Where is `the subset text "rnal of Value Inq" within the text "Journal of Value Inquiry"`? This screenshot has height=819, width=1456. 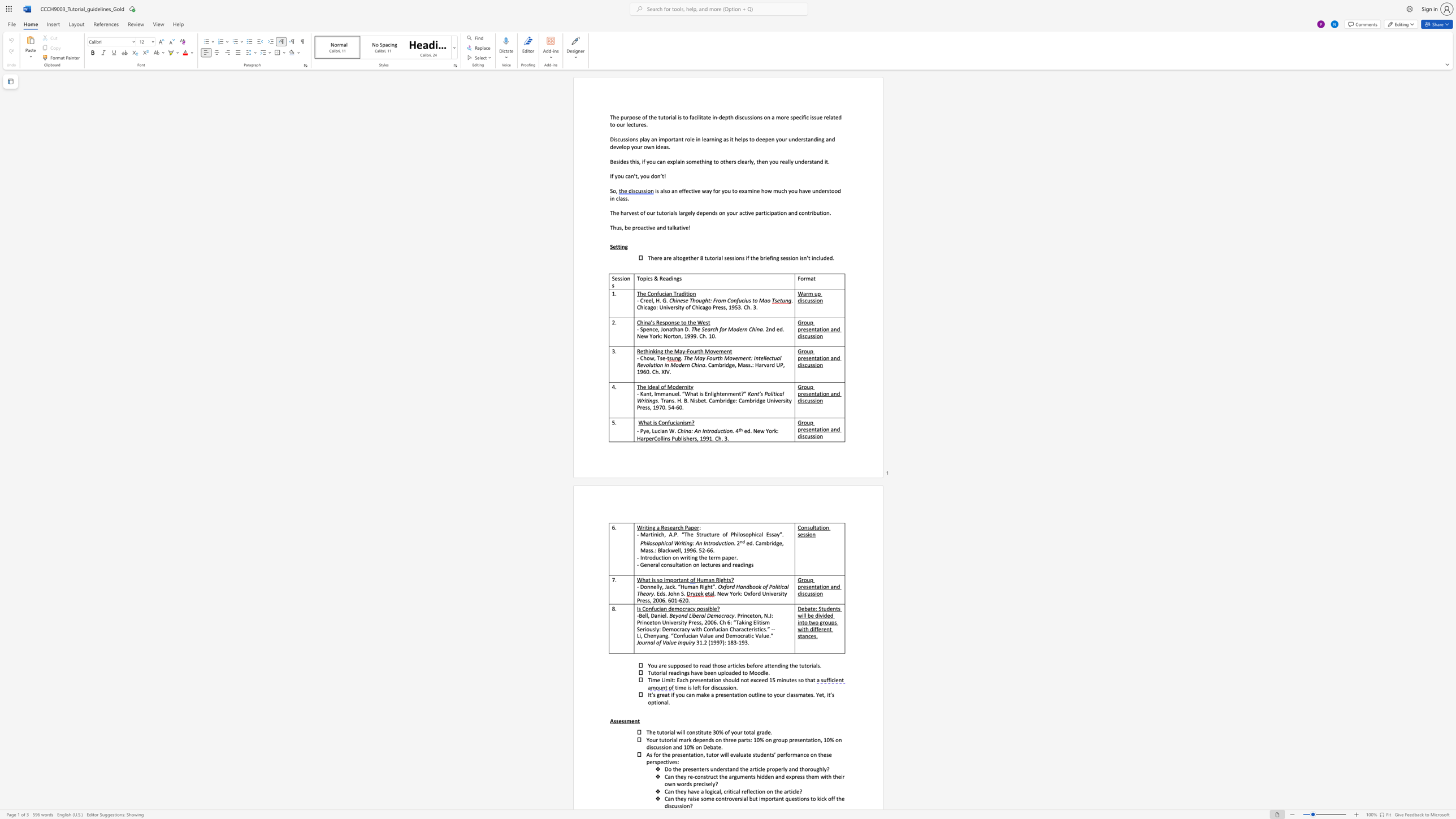 the subset text "rnal of Value Inq" within the text "Journal of Value Inquiry" is located at coordinates (644, 642).